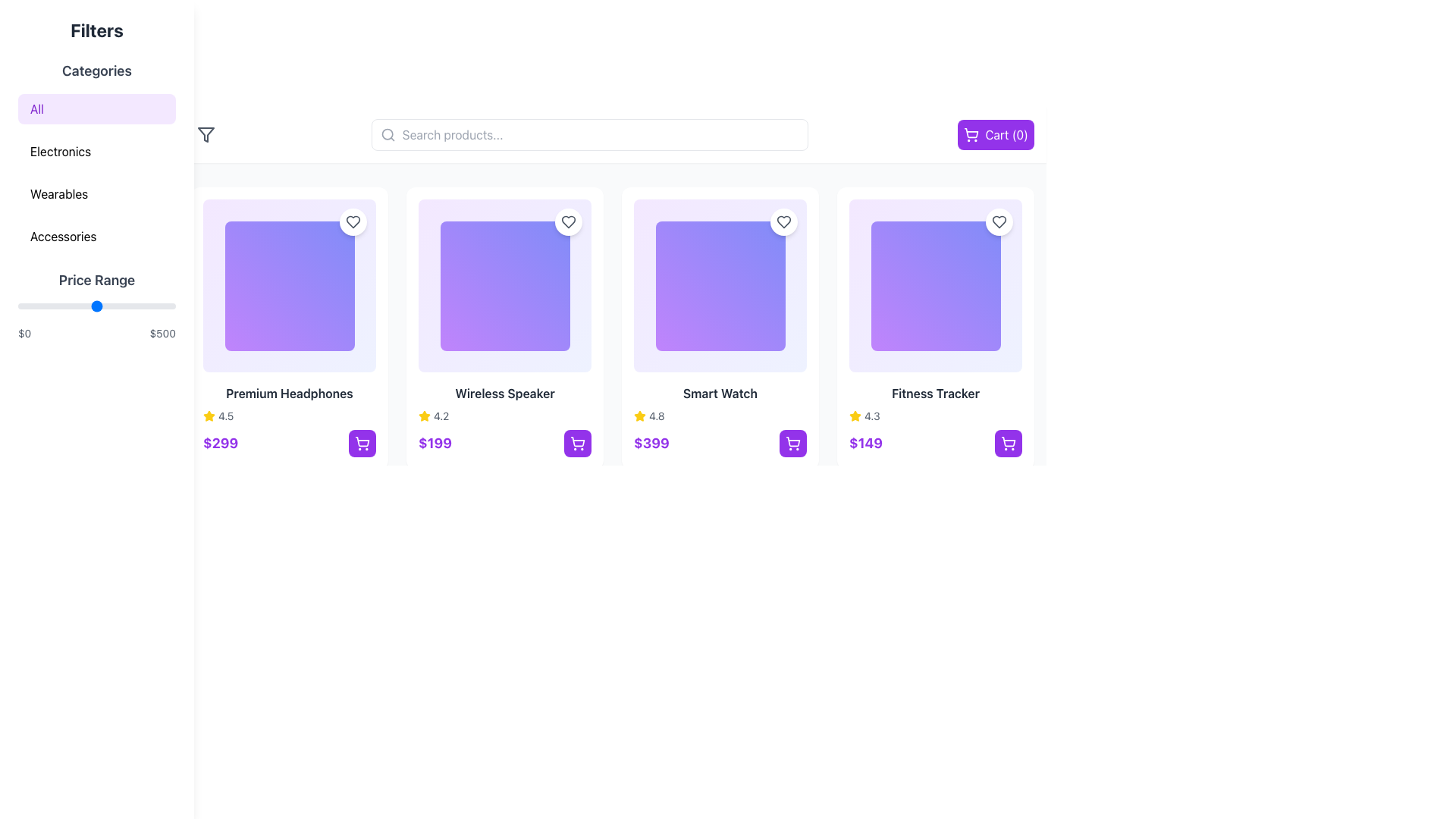  What do you see at coordinates (352, 222) in the screenshot?
I see `the 'favorite' or 'like' button located in the top-right corner of the 'Premium Headphones' product card to activate the hover effect` at bounding box center [352, 222].